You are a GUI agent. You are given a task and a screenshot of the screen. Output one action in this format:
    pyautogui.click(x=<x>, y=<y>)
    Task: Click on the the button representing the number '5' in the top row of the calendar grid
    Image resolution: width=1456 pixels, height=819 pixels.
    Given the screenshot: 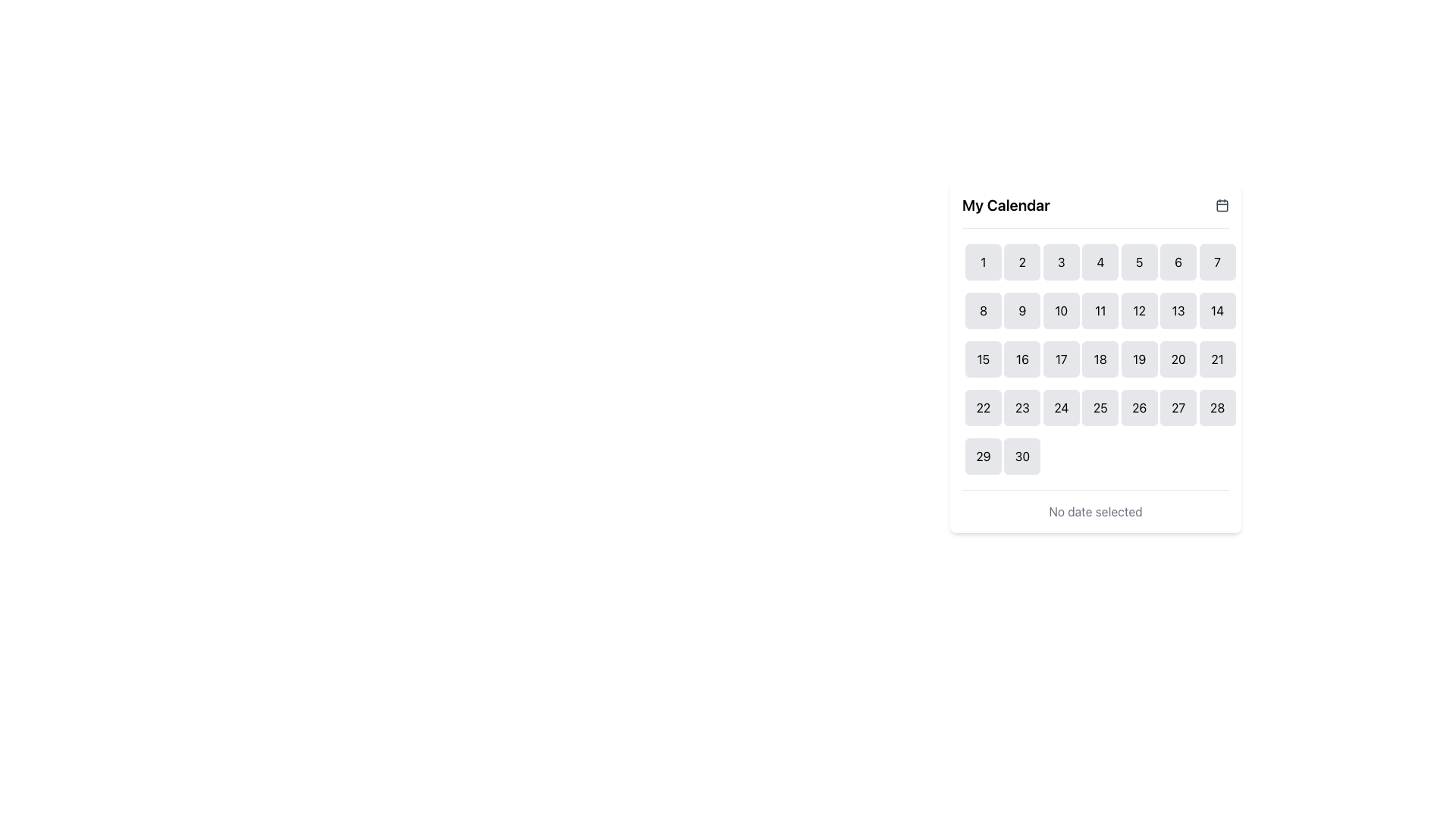 What is the action you would take?
    pyautogui.click(x=1139, y=262)
    